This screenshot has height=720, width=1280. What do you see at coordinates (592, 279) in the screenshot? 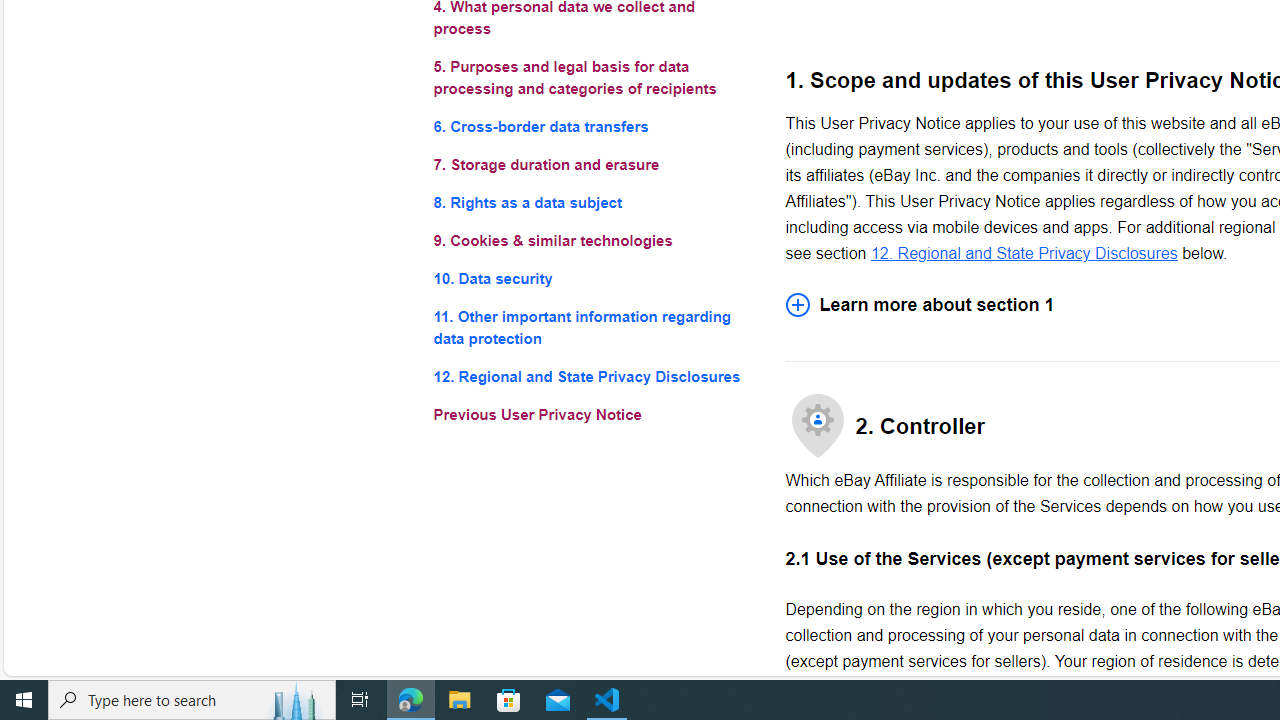
I see `'10. Data security'` at bounding box center [592, 279].